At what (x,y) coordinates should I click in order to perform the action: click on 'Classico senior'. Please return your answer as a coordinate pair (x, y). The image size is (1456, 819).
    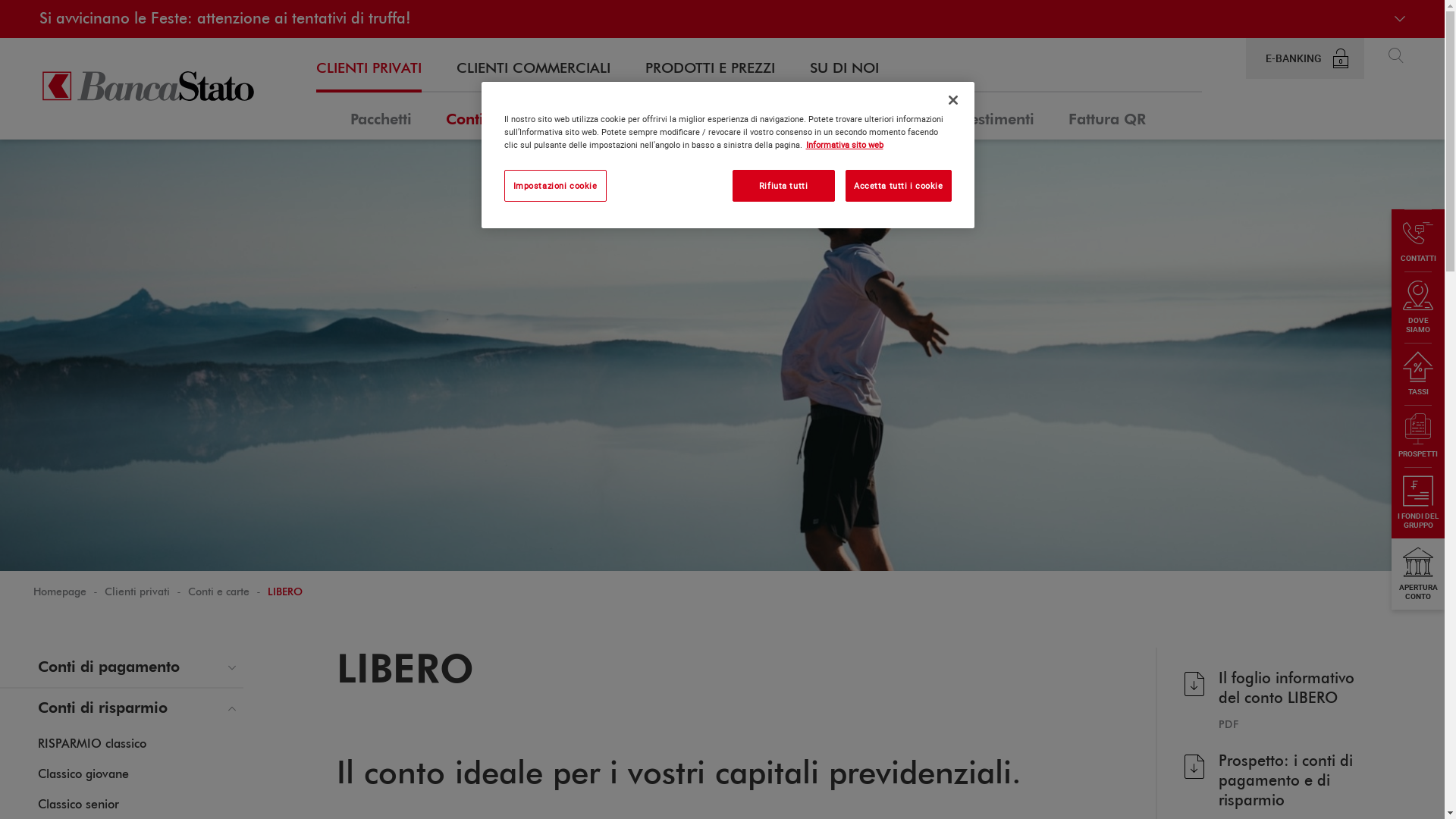
    Looking at the image, I should click on (77, 804).